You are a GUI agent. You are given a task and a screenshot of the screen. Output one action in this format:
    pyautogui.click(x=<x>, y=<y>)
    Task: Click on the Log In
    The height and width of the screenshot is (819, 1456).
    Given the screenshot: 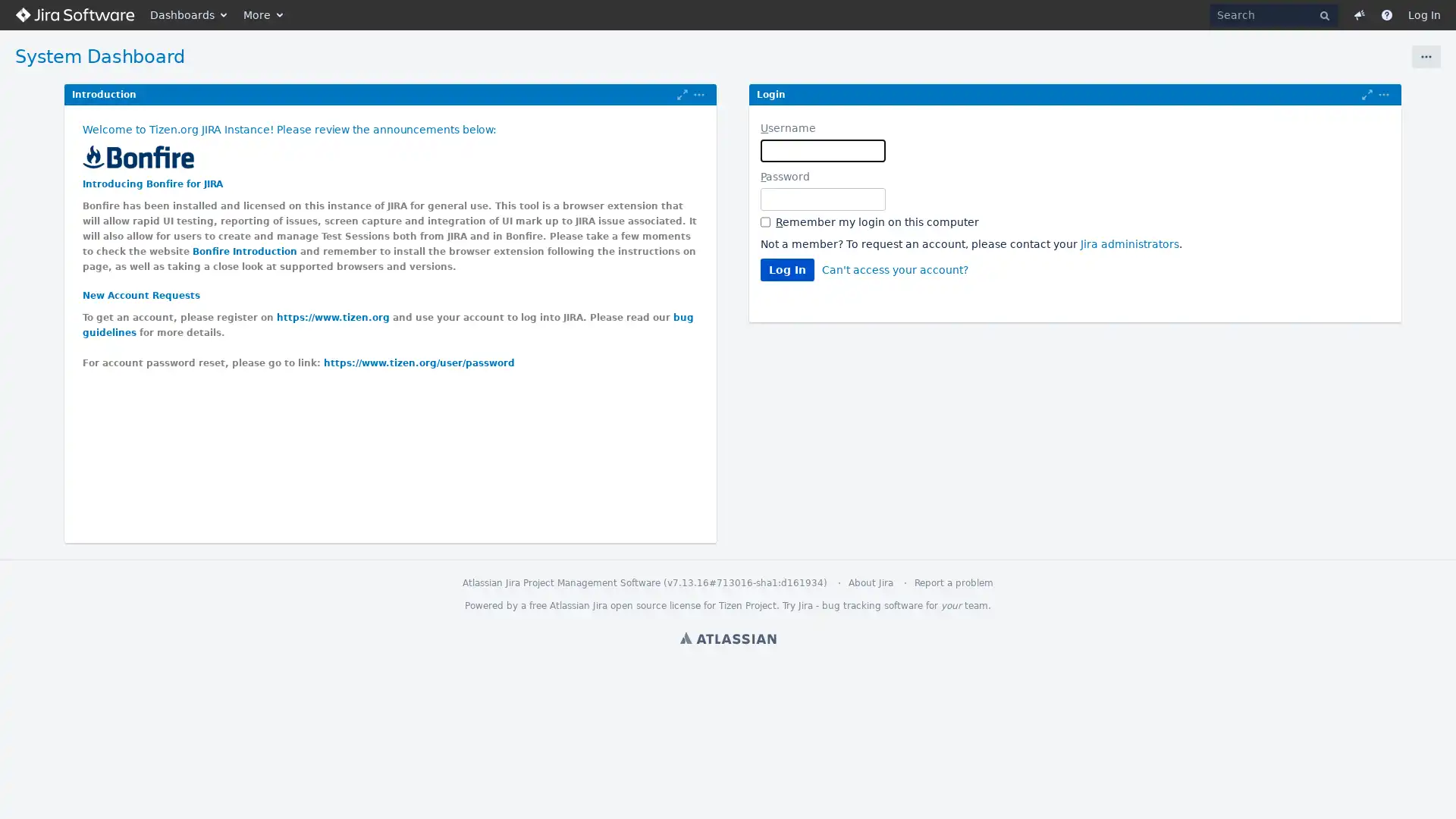 What is the action you would take?
    pyautogui.click(x=787, y=268)
    